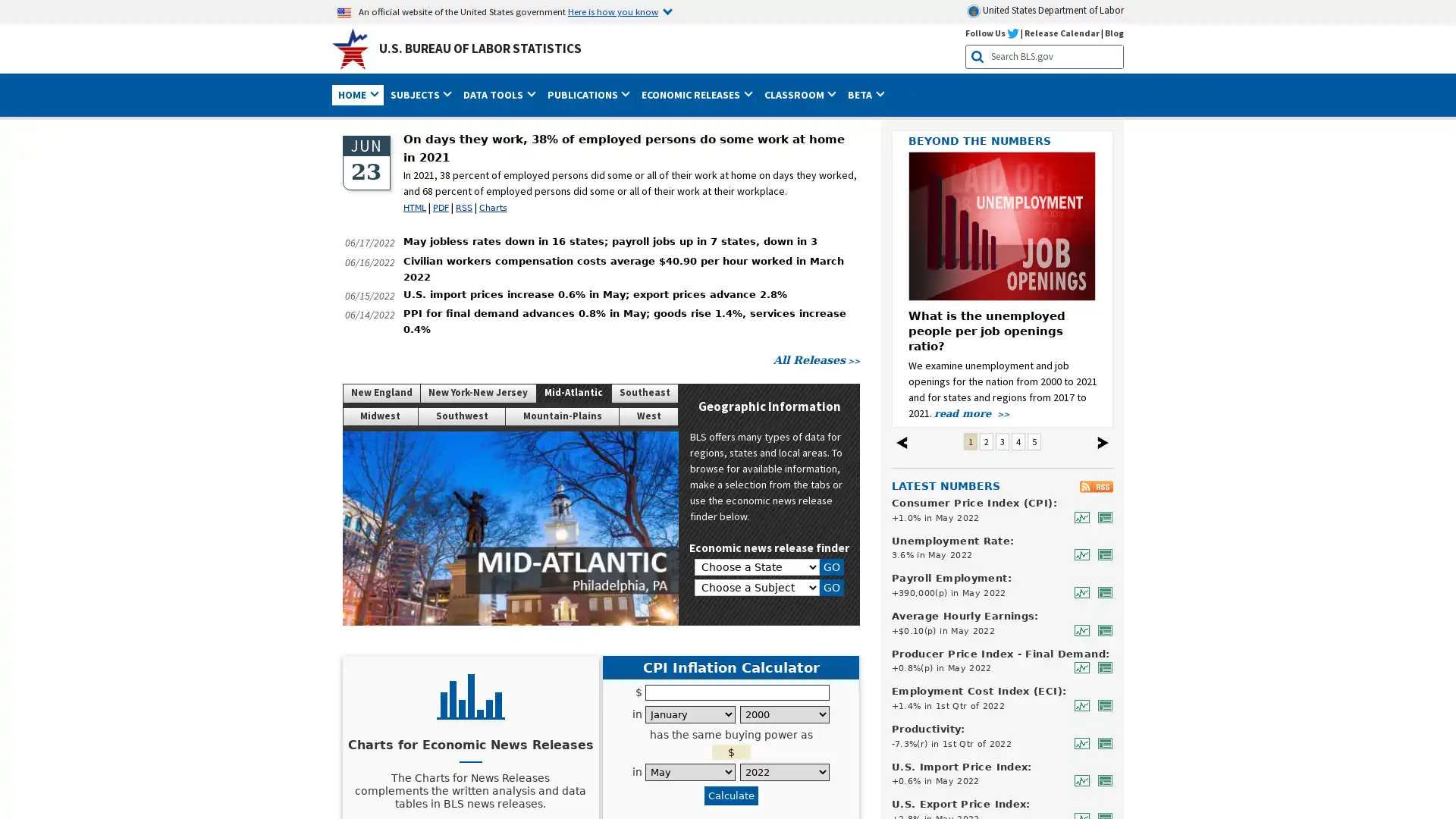  What do you see at coordinates (620, 11) in the screenshot?
I see `Here is how you know` at bounding box center [620, 11].